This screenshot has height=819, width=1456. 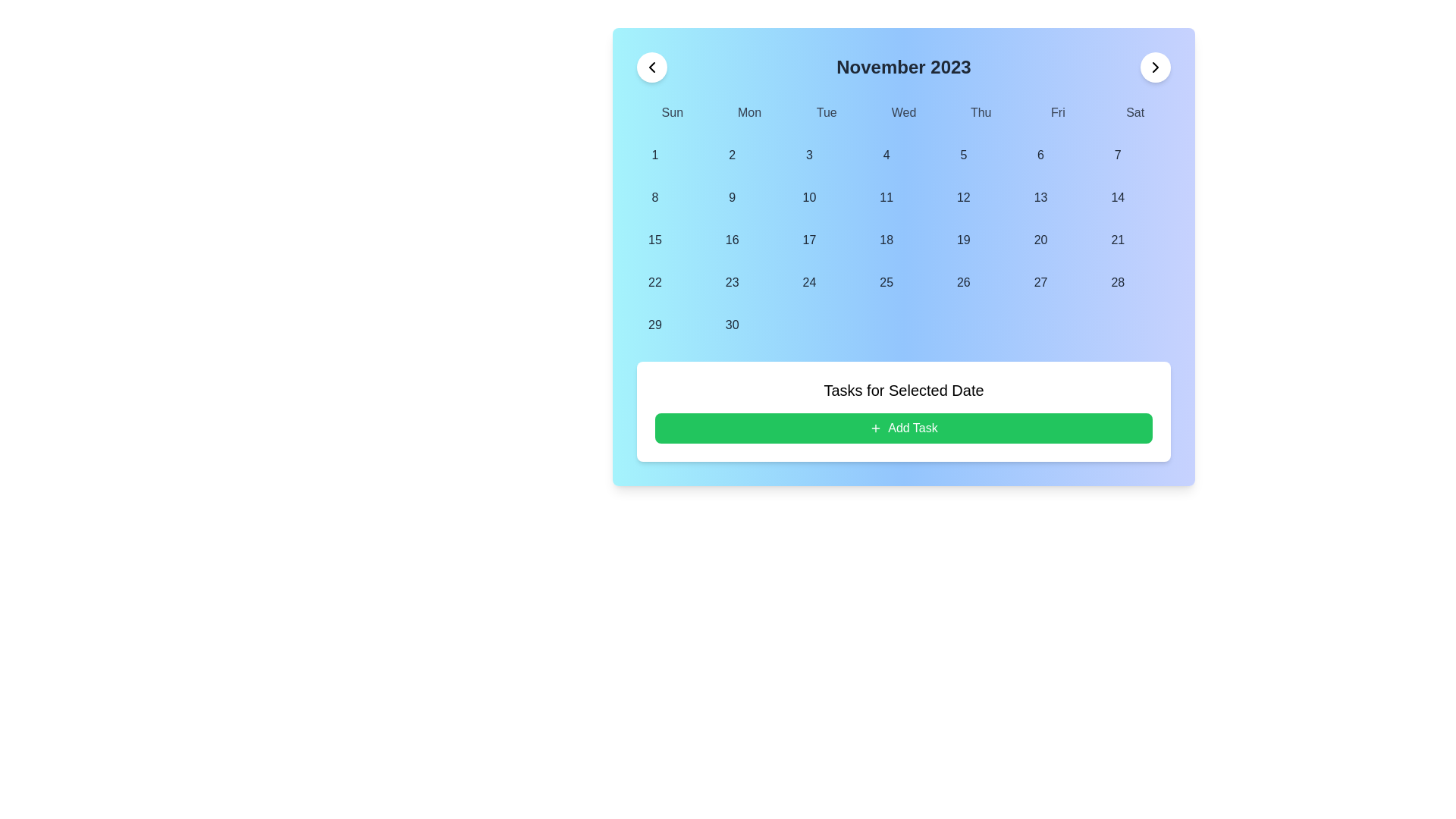 What do you see at coordinates (962, 197) in the screenshot?
I see `the button displaying the number '12'` at bounding box center [962, 197].